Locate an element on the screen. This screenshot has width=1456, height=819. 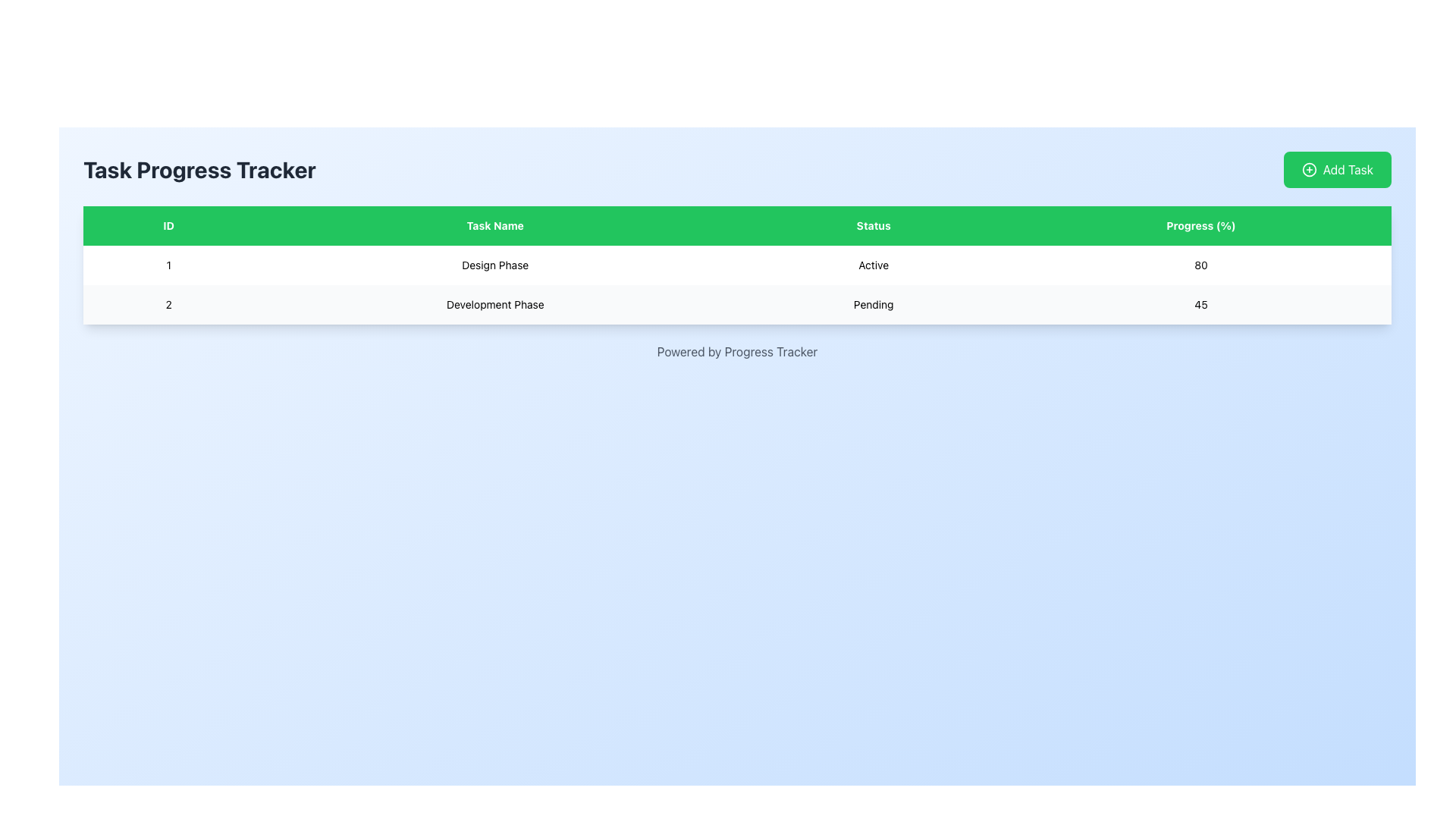
status text from the label indicating the task is 'Active', located in the third cell of the first data row in the 'Status' column is located at coordinates (874, 265).